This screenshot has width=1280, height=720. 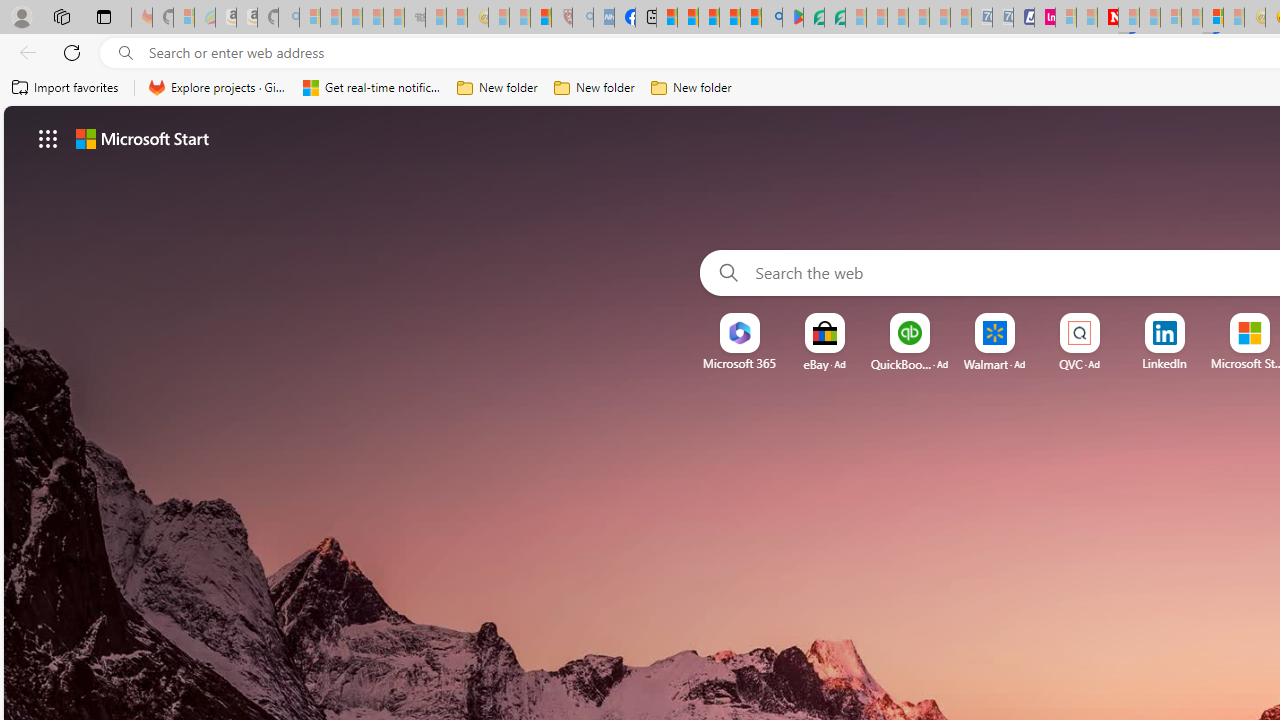 What do you see at coordinates (1044, 17) in the screenshot?
I see `'Jobs - lastminute.com Investor Portal'` at bounding box center [1044, 17].